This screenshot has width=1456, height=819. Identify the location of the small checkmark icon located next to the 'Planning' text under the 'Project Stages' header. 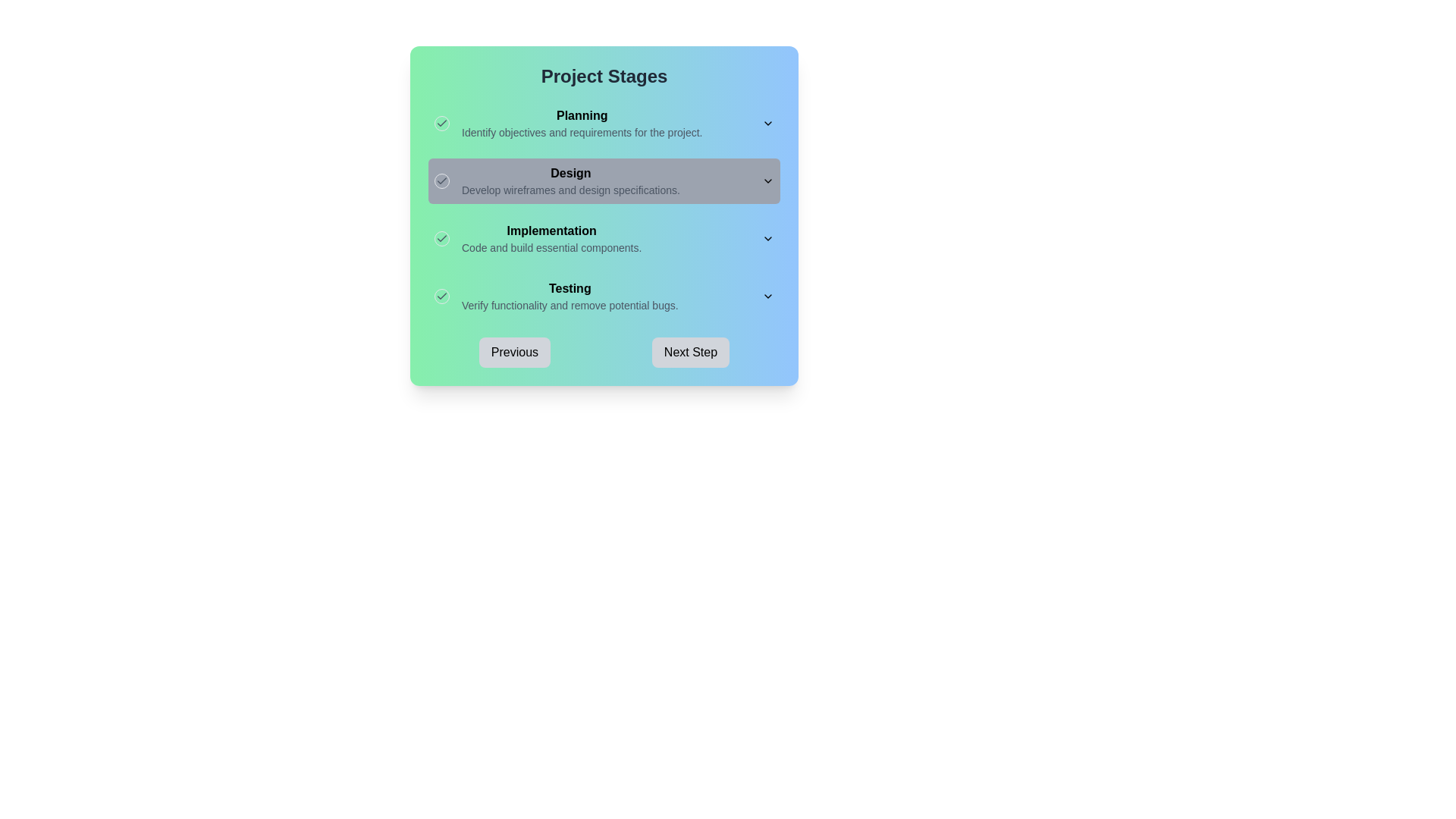
(441, 122).